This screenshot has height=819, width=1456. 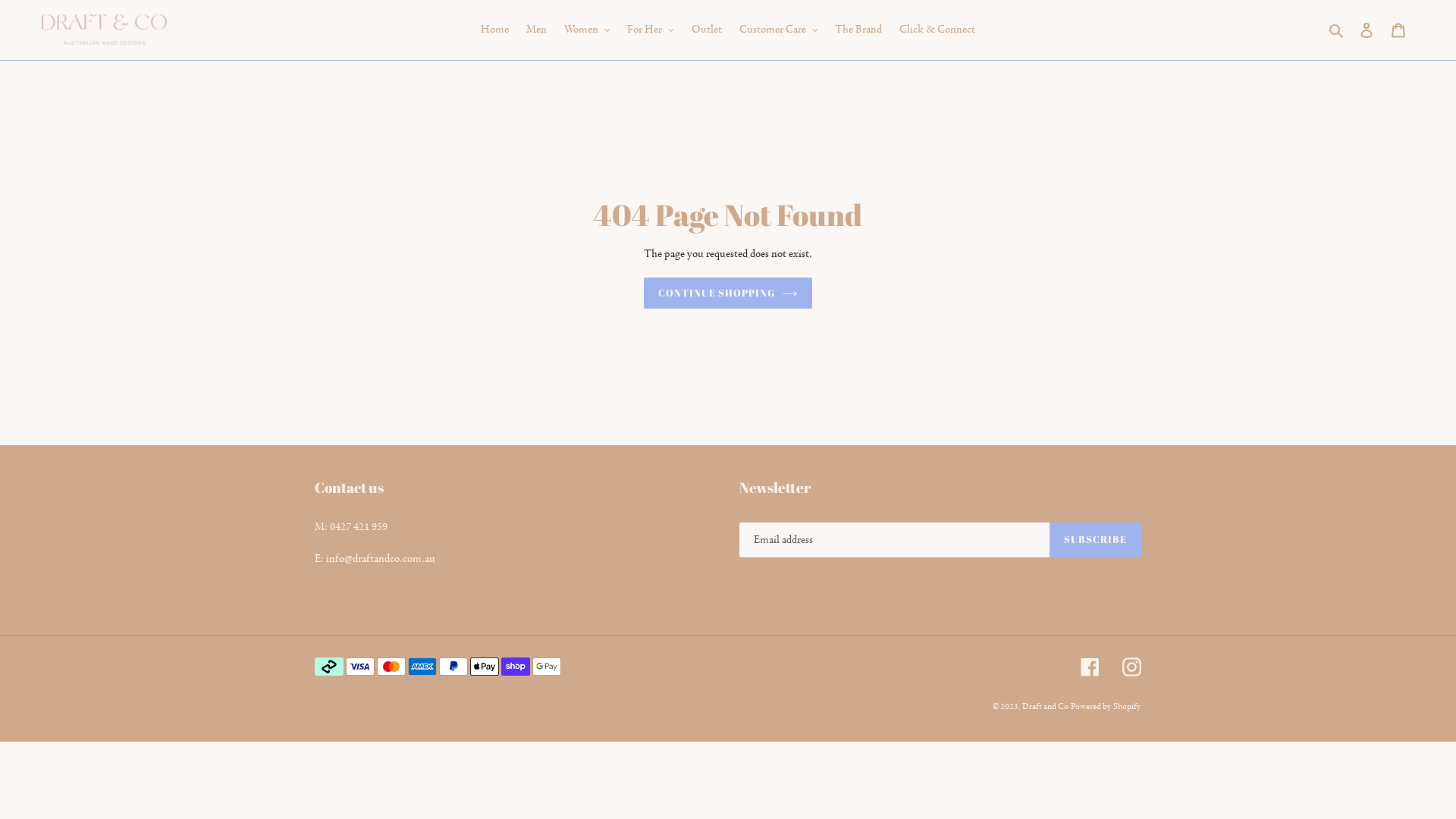 I want to click on 'Outlet', so click(x=705, y=30).